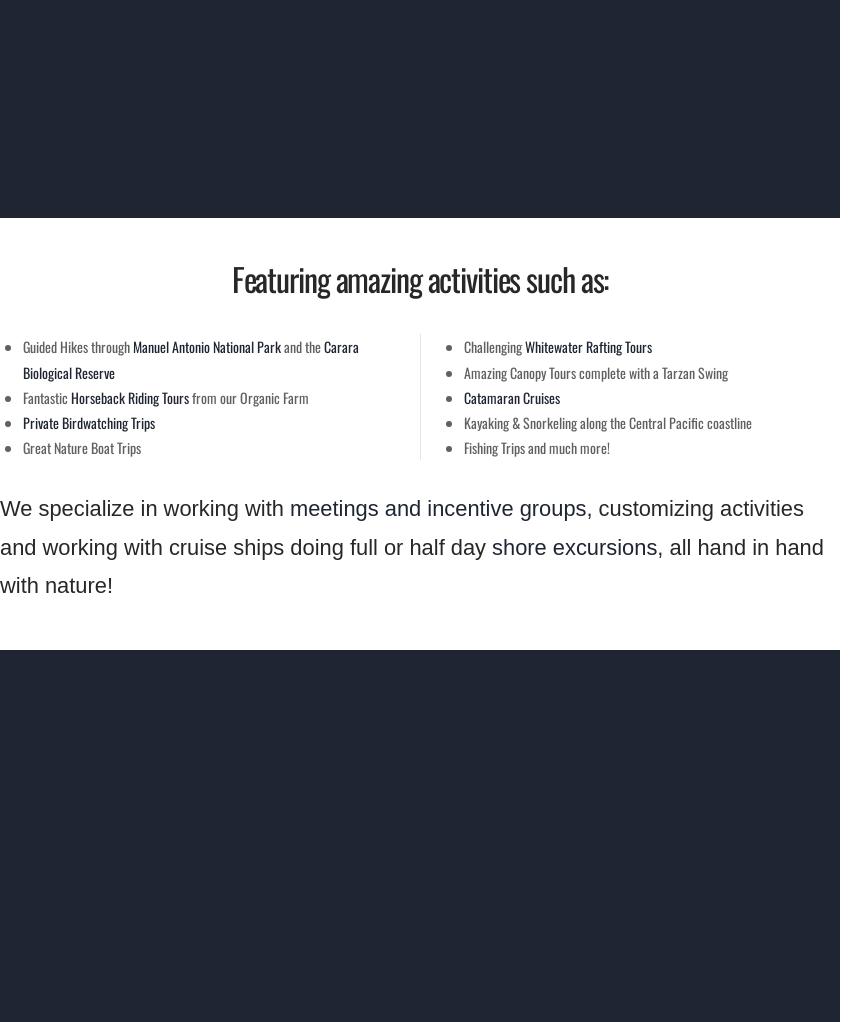 The width and height of the screenshot is (868, 1022). Describe the element at coordinates (464, 370) in the screenshot. I see `'Amazing Canopy Tours complete with a Tarzan Swing'` at that location.